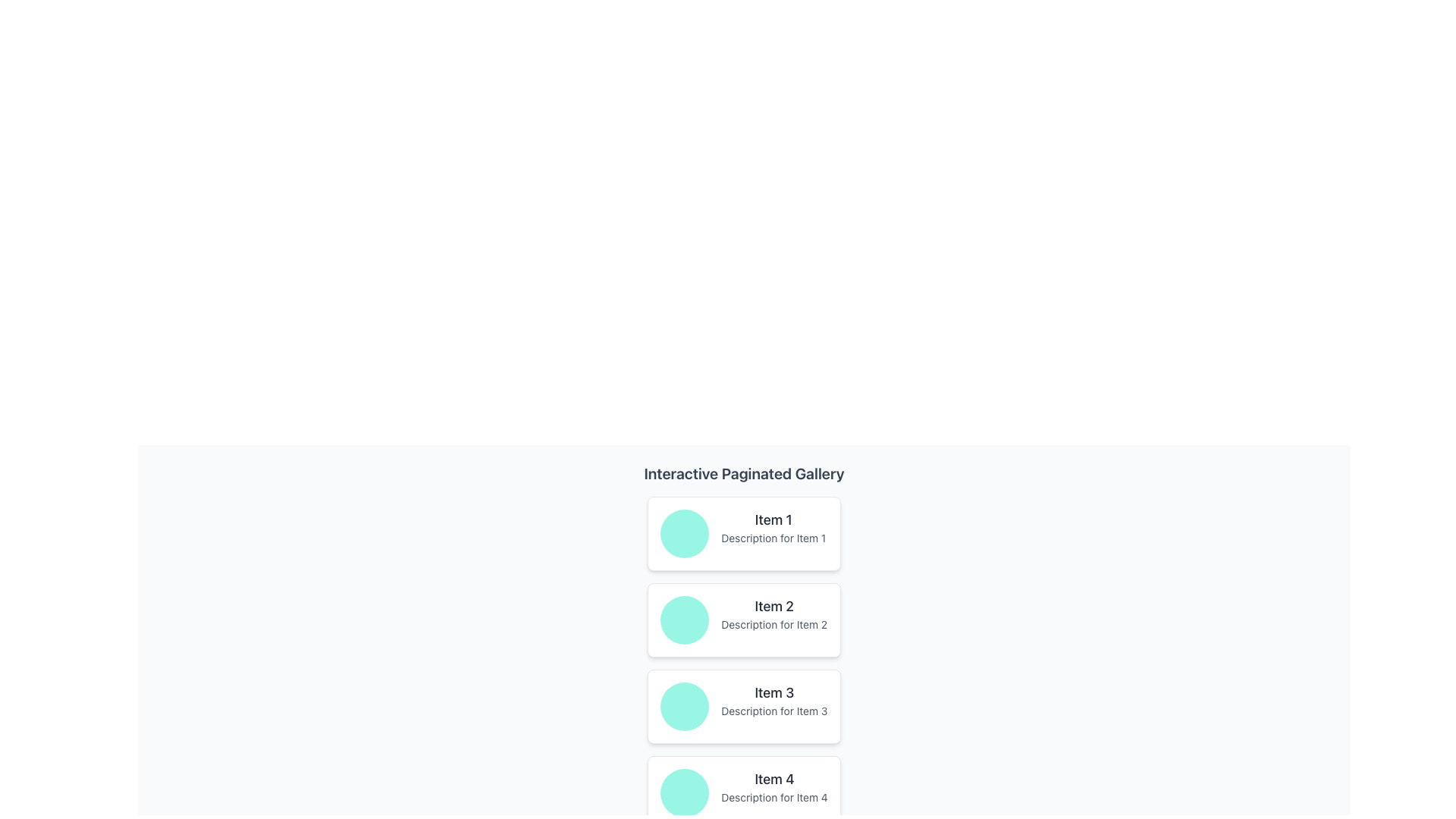  Describe the element at coordinates (774, 780) in the screenshot. I see `text displayed in the bold Text Label element showing 'Item 4', which is located above the description text for the fourth item in the list` at that location.